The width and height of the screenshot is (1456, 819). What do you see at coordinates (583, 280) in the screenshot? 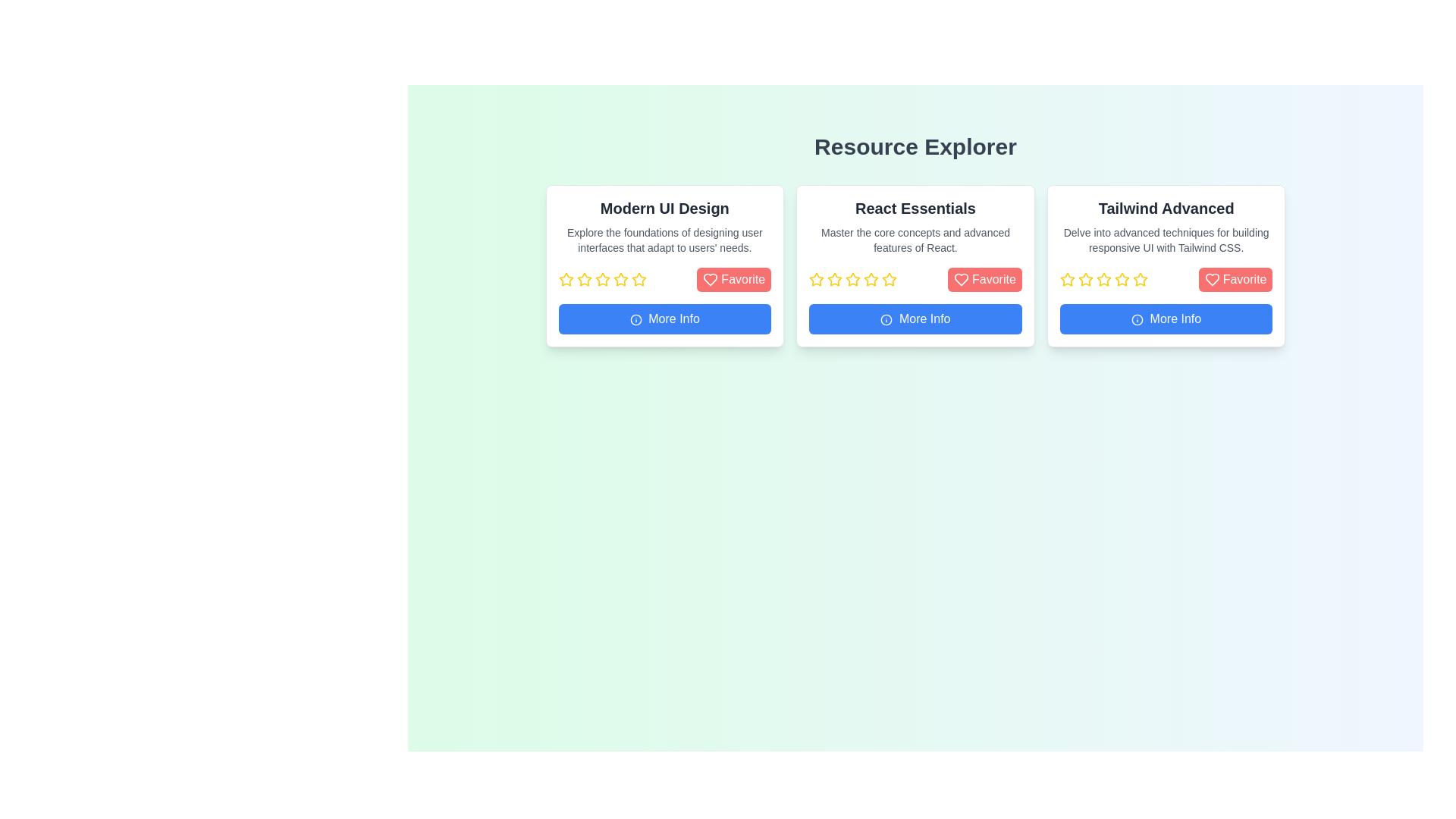
I see `the third yellow outlined star icon in the rating row under the 'Modern UI Design' card to rate the item` at bounding box center [583, 280].